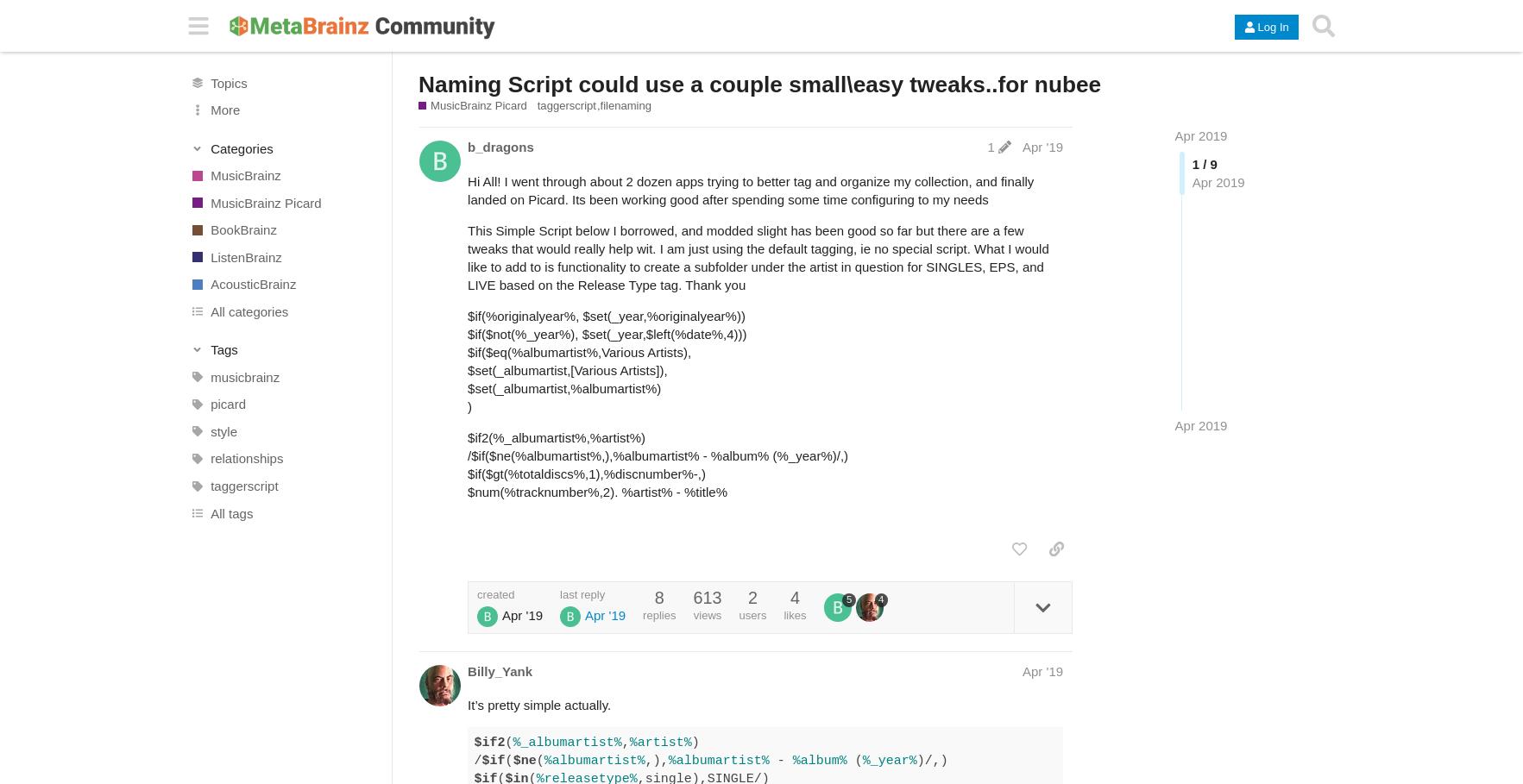  I want to click on ')
/', so click(585, 750).